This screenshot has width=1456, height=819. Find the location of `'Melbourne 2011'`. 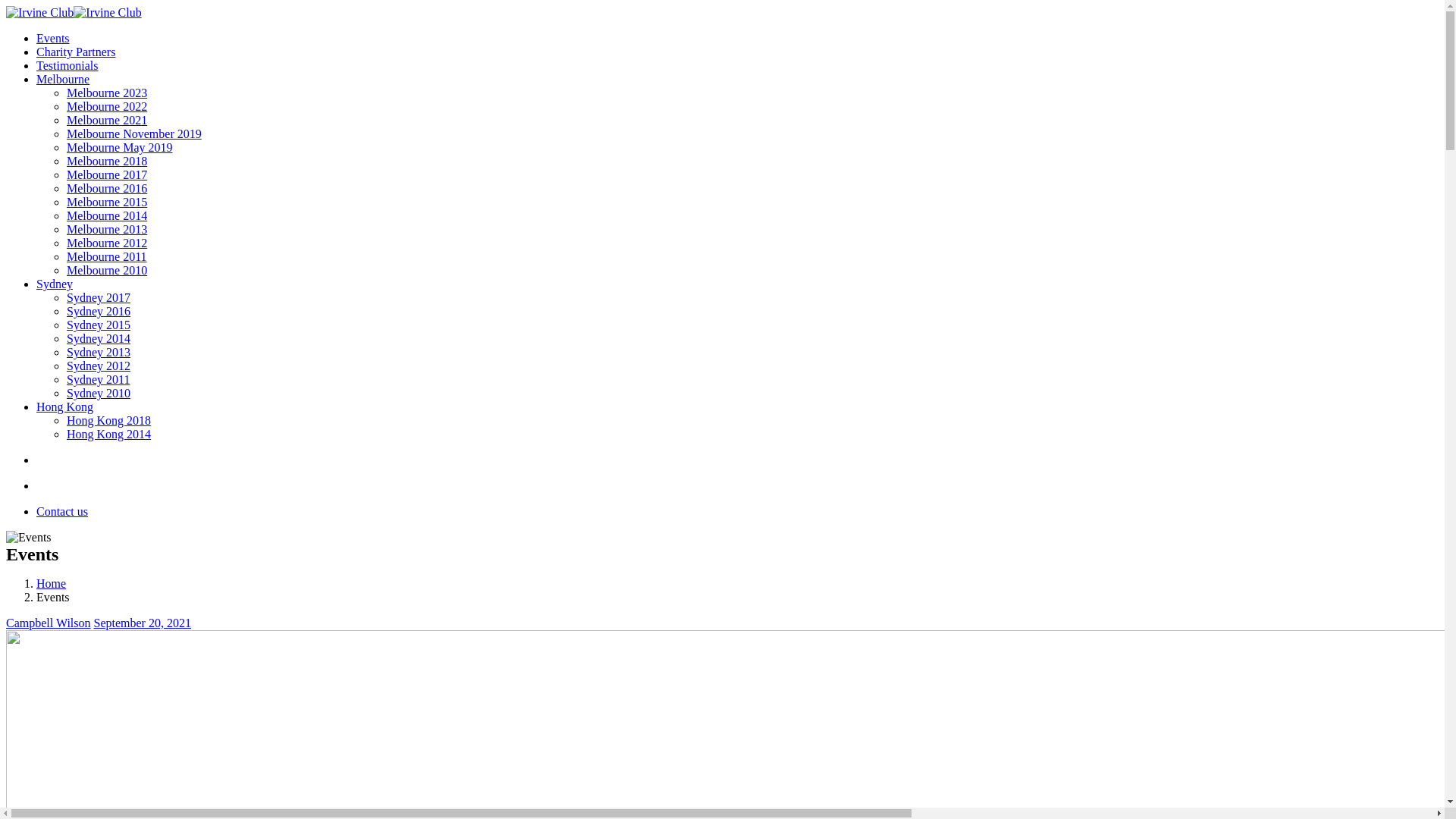

'Melbourne 2011' is located at coordinates (105, 256).